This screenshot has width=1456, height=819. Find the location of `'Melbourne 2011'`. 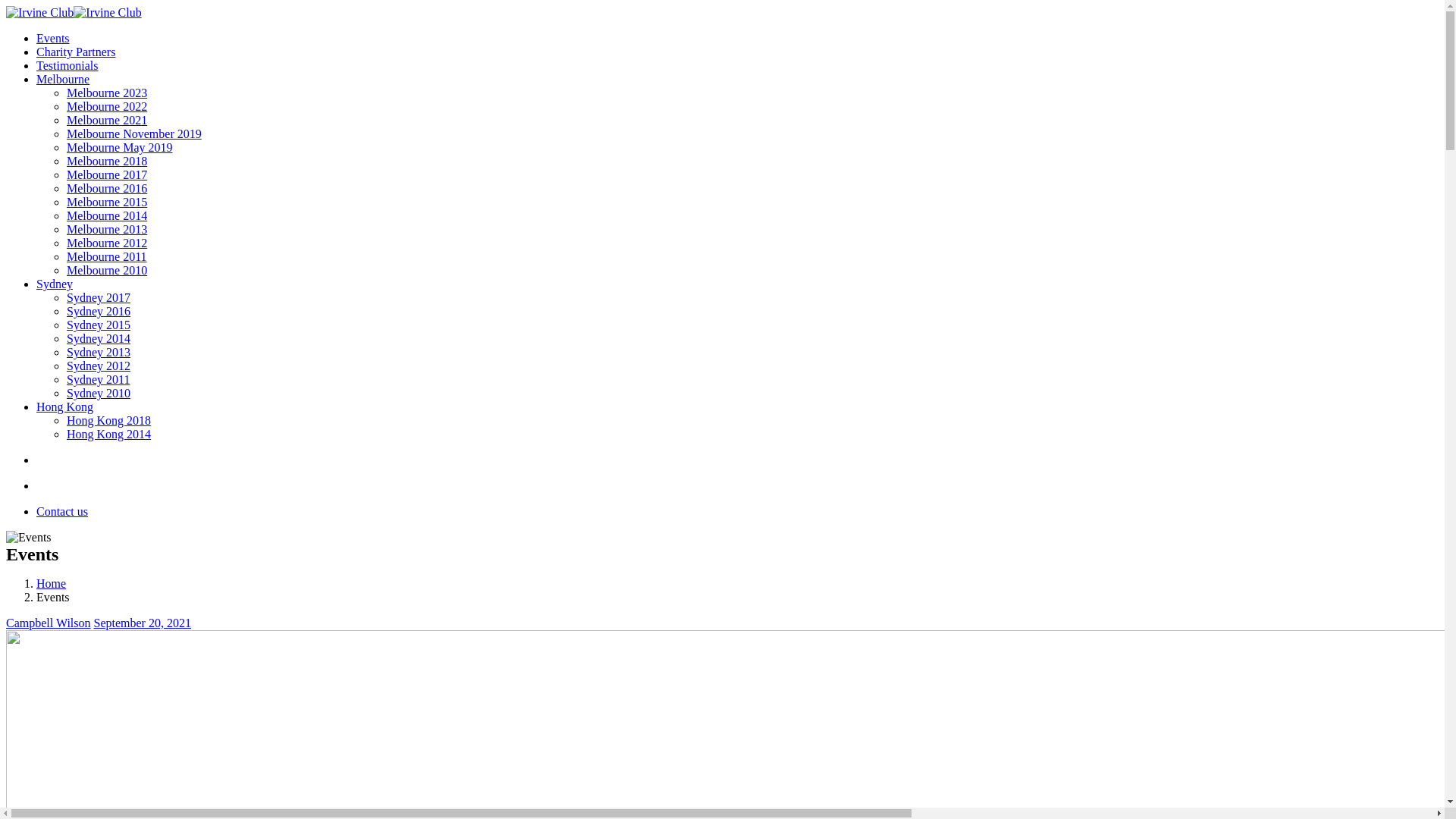

'Melbourne 2011' is located at coordinates (105, 256).